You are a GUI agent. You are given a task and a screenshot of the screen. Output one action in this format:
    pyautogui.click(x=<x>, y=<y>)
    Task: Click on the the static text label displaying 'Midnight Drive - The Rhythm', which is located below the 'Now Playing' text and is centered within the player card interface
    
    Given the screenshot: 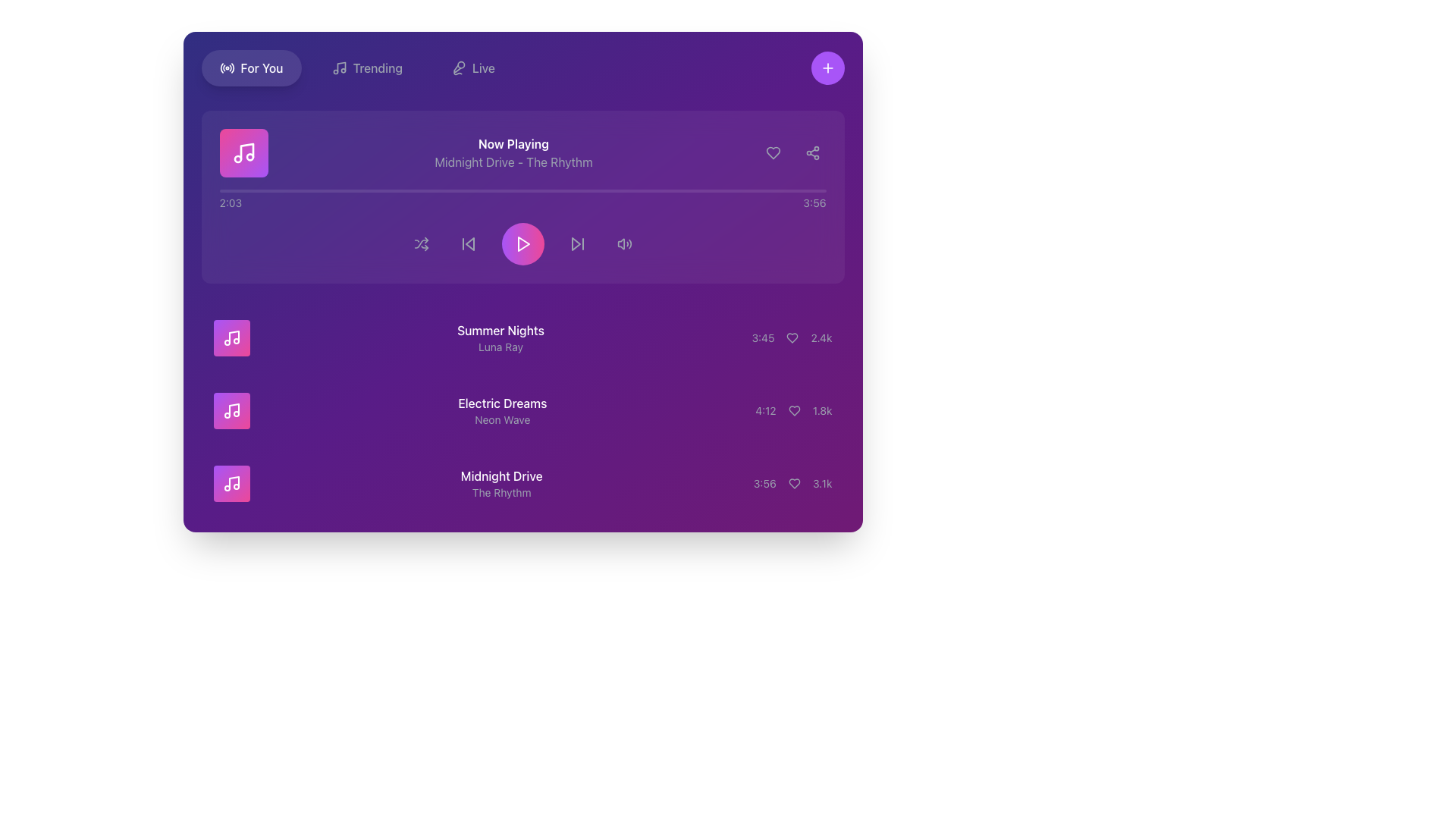 What is the action you would take?
    pyautogui.click(x=513, y=162)
    